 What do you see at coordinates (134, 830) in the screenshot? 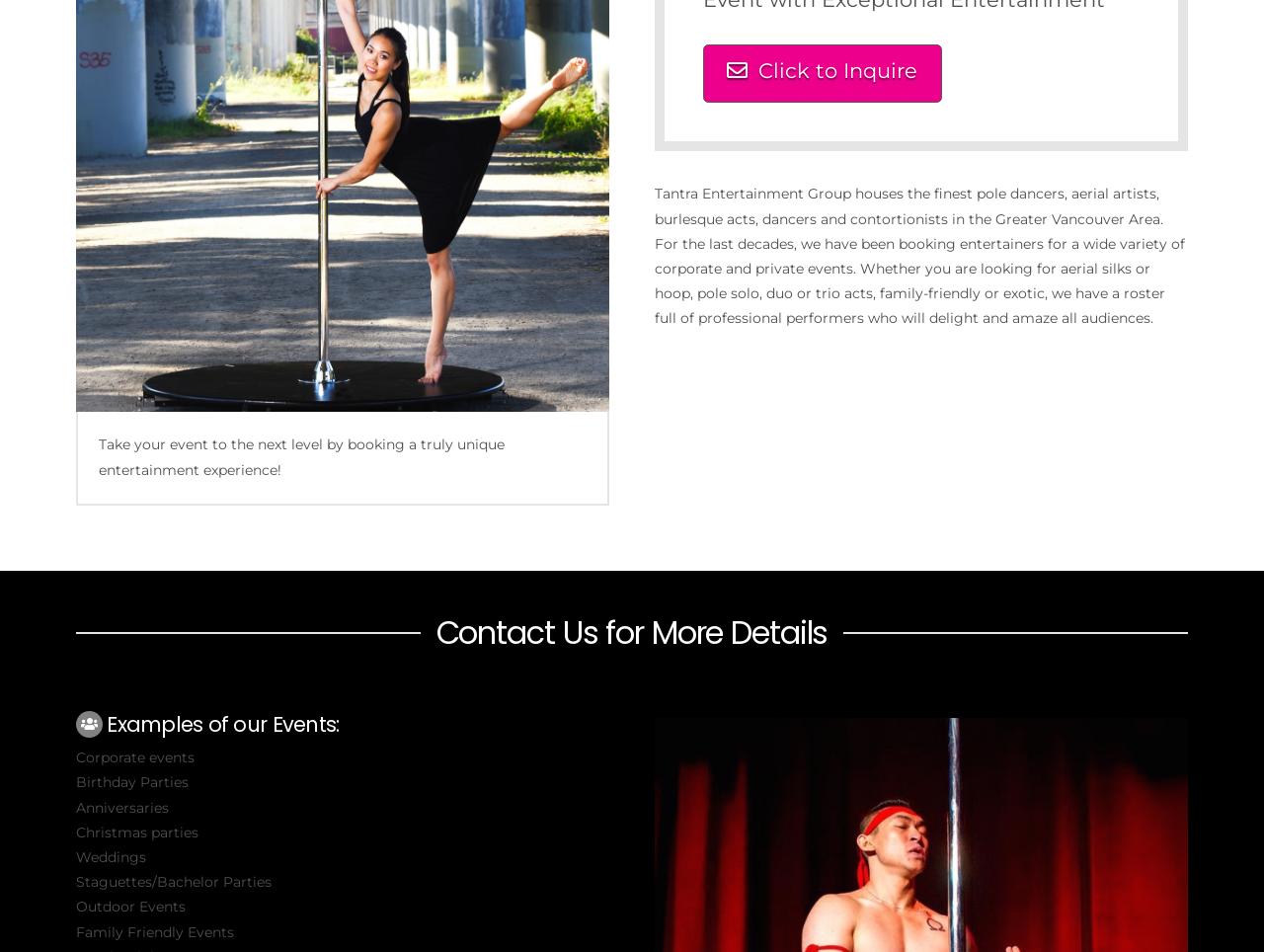
I see `'Christmas parties'` at bounding box center [134, 830].